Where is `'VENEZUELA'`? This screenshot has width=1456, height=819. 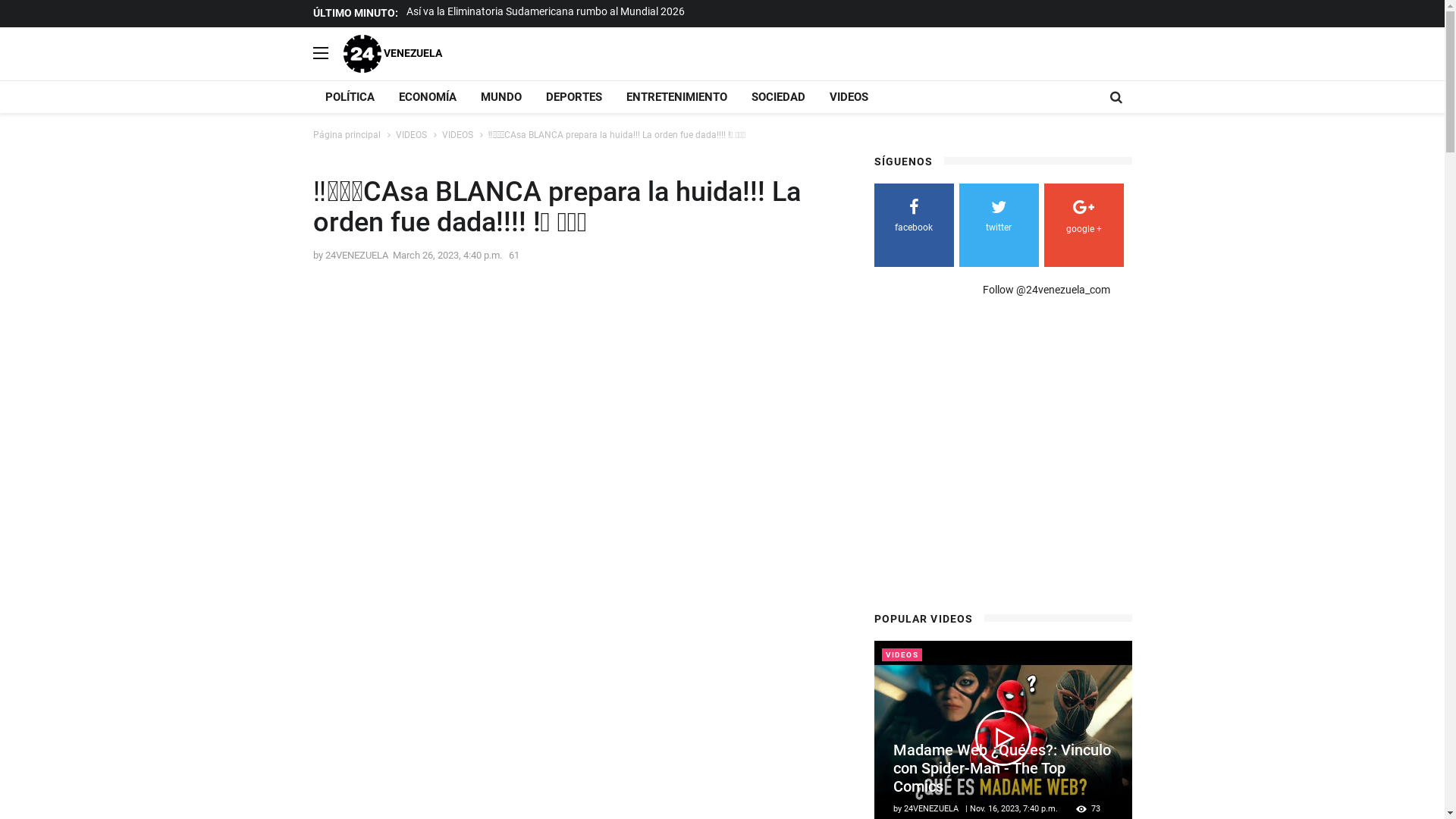
'VENEZUELA' is located at coordinates (392, 52).